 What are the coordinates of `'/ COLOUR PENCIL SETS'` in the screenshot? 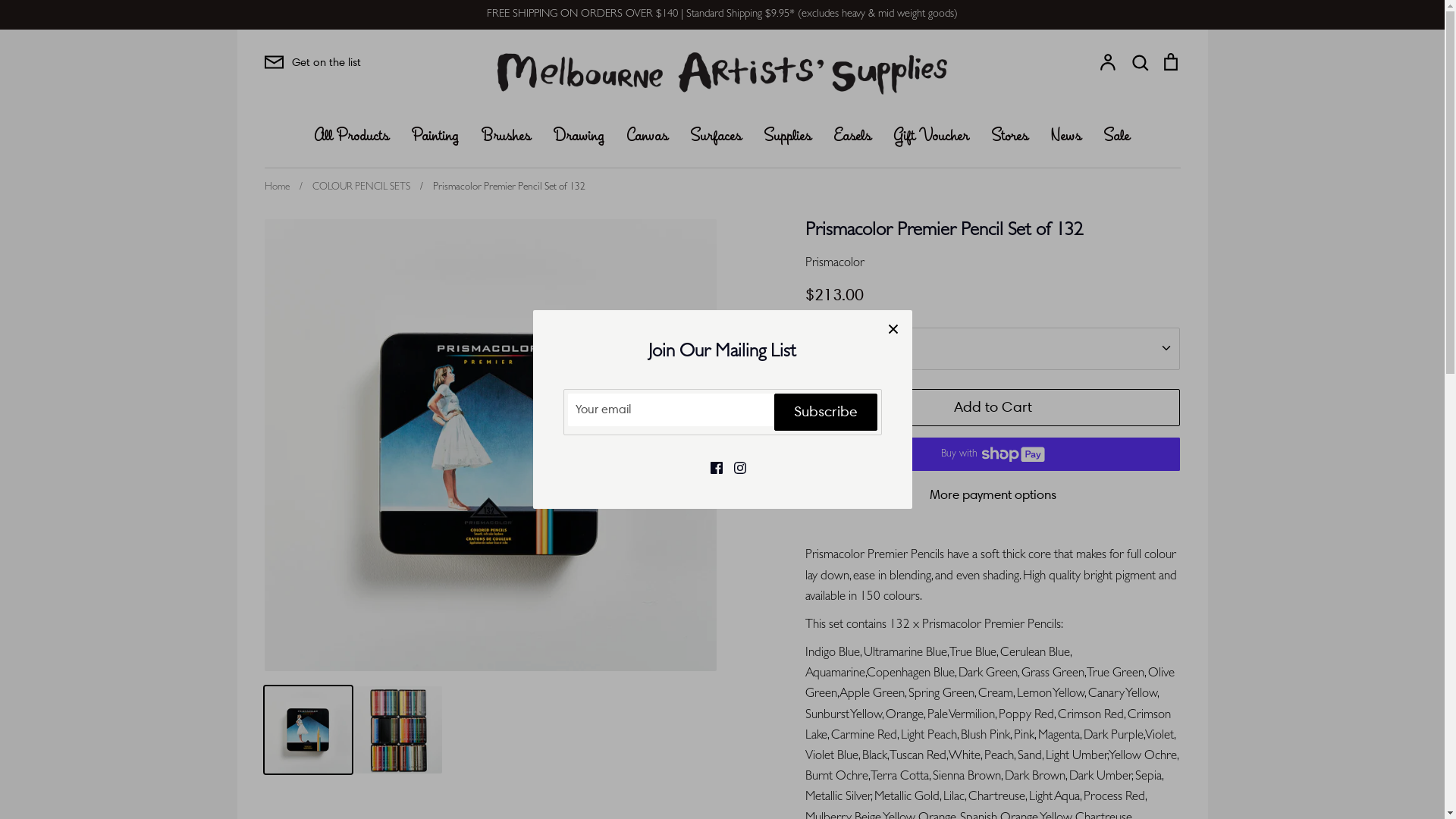 It's located at (349, 187).